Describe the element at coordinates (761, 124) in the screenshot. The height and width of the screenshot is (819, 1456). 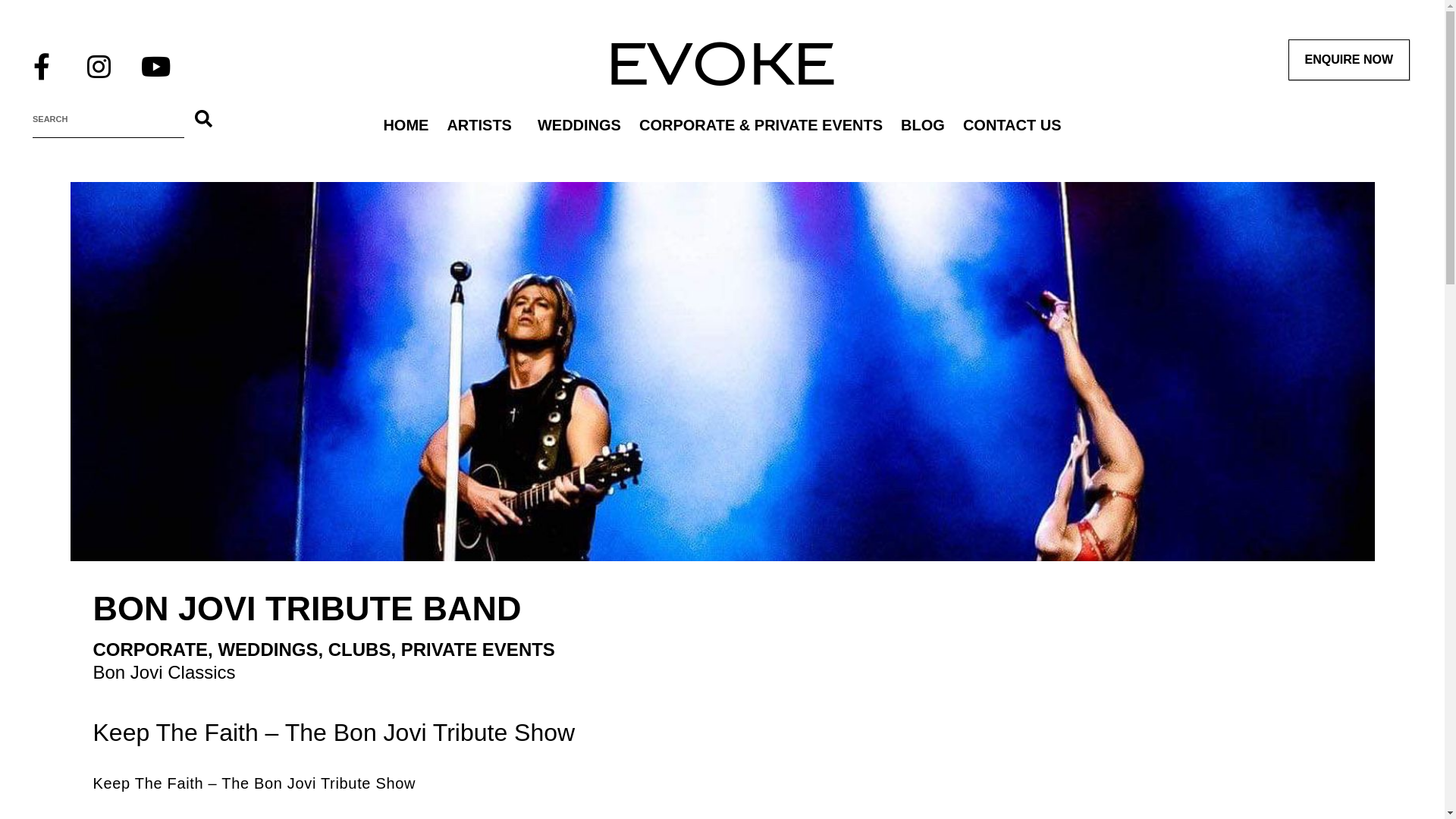
I see `'CORPORATE & PRIVATE EVENTS'` at that location.